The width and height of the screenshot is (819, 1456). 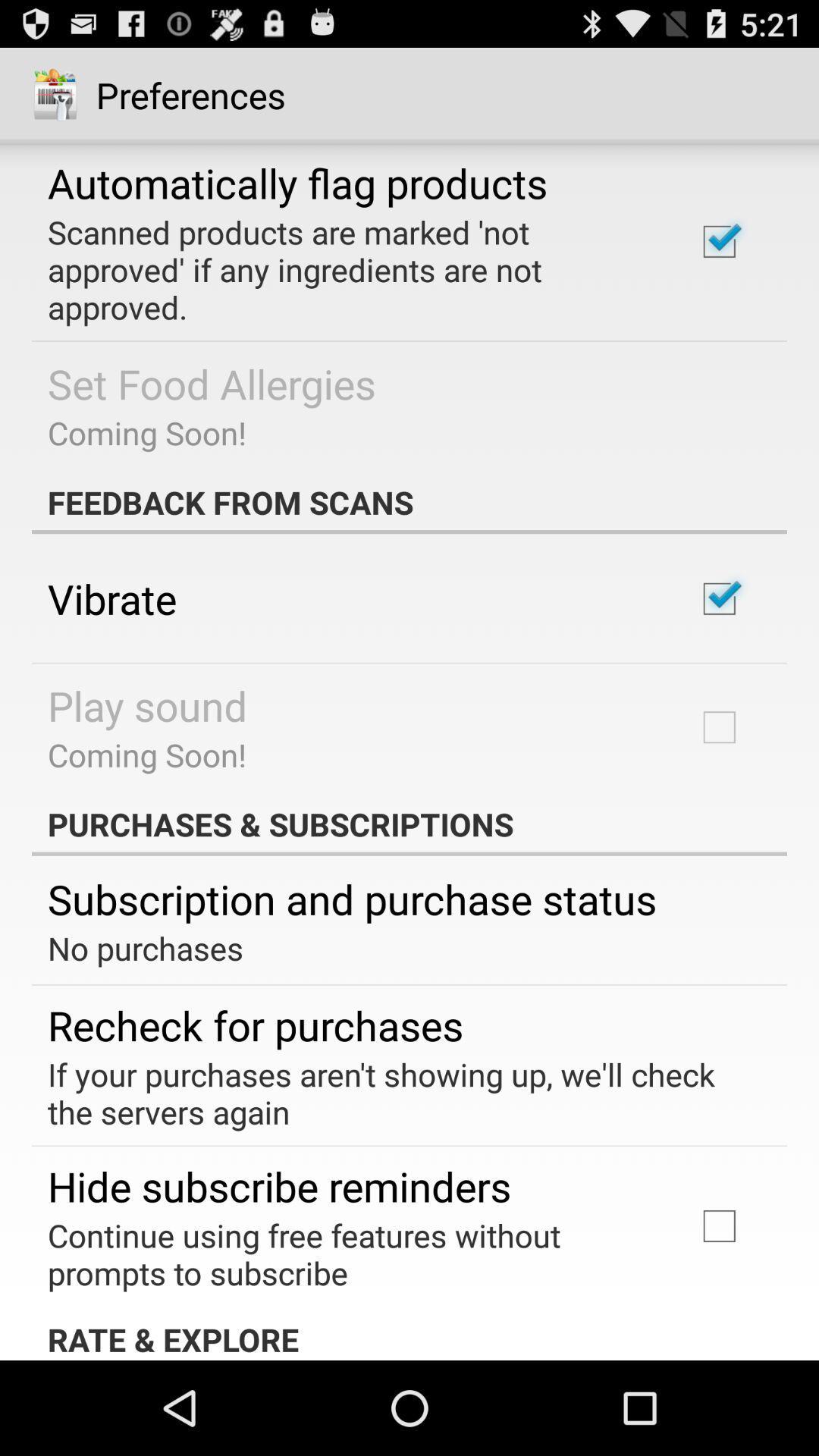 What do you see at coordinates (111, 598) in the screenshot?
I see `vibrate icon` at bounding box center [111, 598].